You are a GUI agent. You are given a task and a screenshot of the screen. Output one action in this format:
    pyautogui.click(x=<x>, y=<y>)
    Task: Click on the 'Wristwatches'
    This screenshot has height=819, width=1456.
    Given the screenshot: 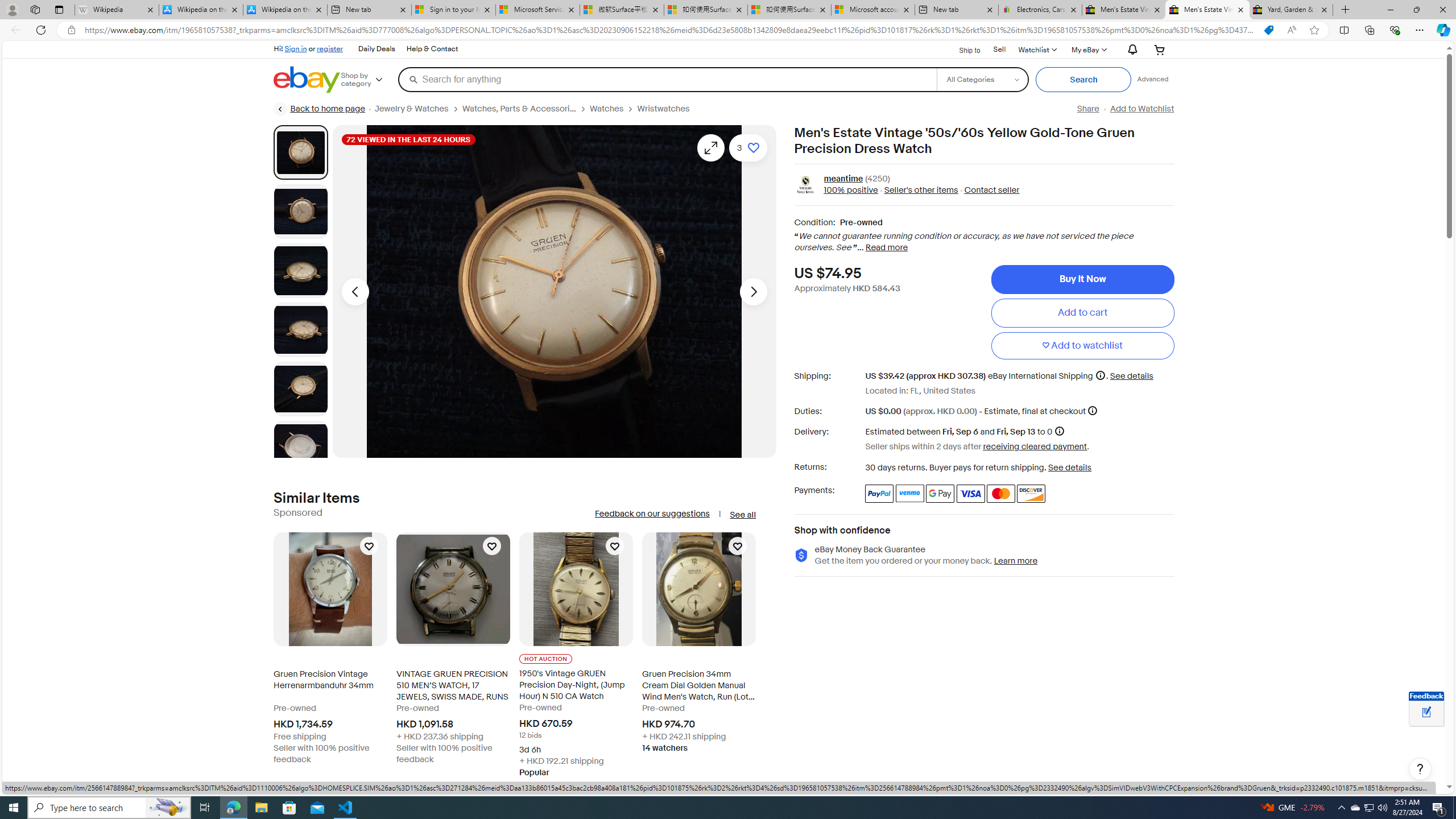 What is the action you would take?
    pyautogui.click(x=668, y=109)
    